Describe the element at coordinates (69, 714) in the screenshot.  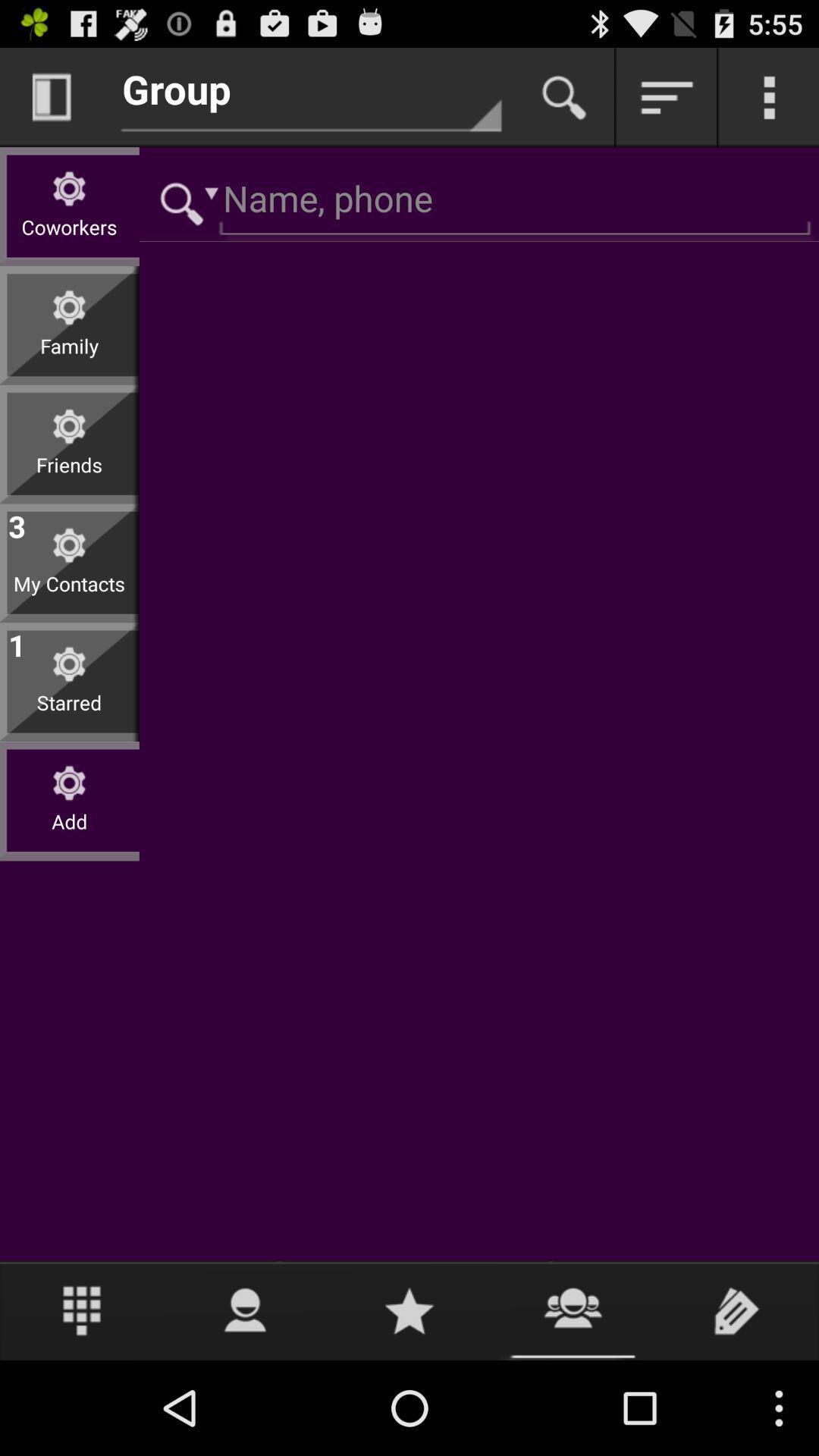
I see `starred` at that location.